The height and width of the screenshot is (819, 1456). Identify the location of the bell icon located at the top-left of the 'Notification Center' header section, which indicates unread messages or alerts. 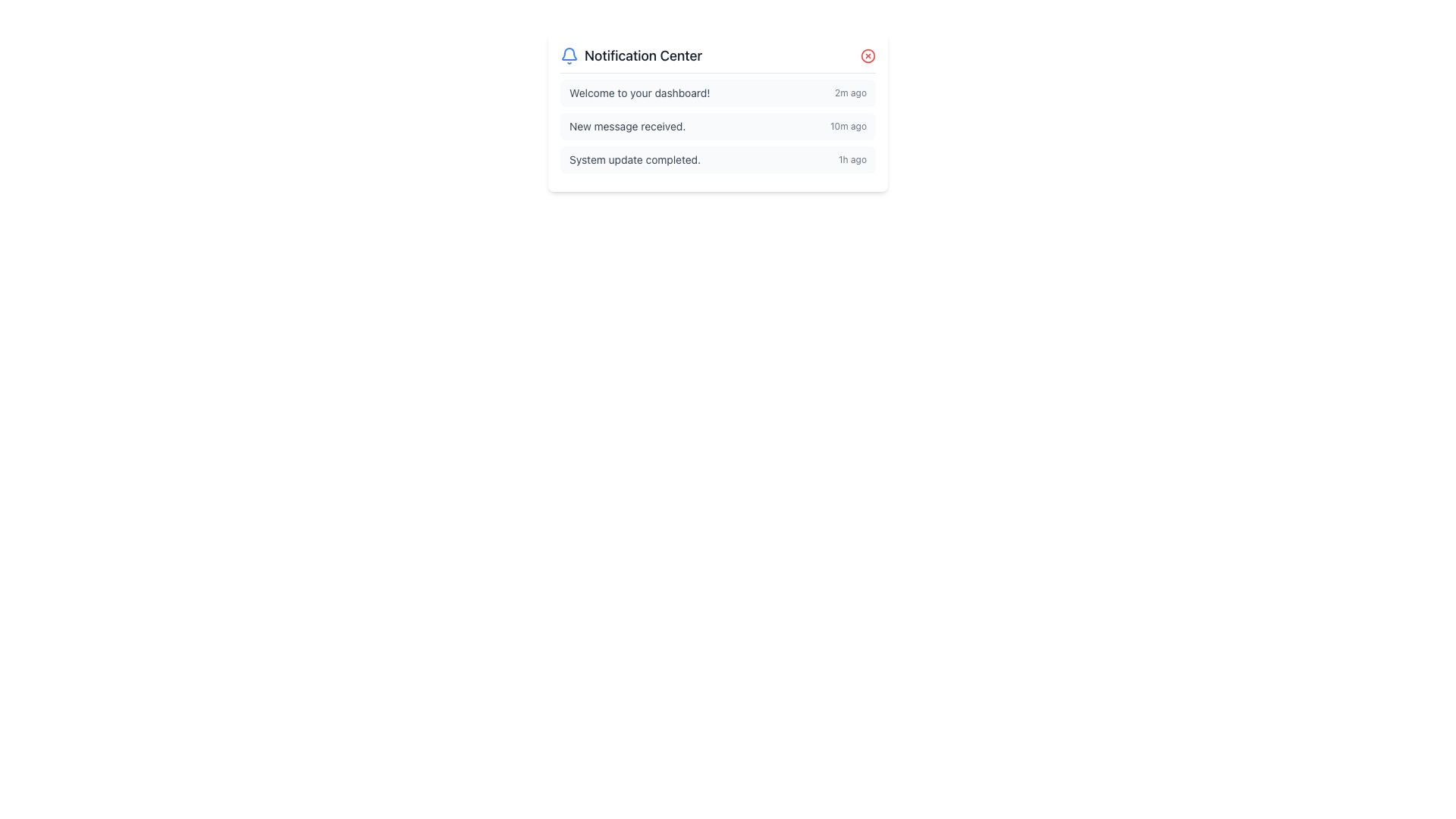
(568, 55).